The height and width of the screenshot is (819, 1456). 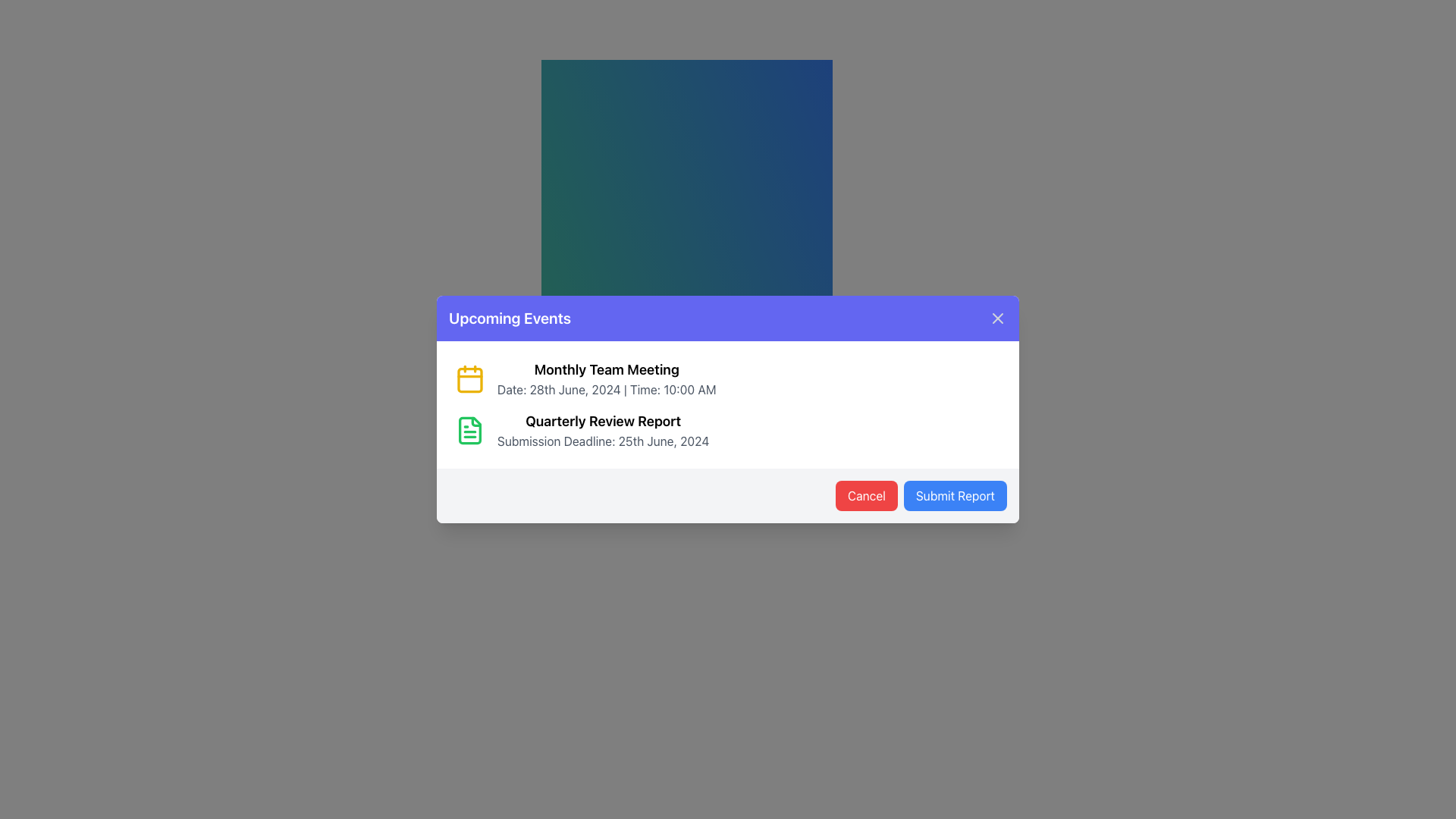 What do you see at coordinates (469, 378) in the screenshot?
I see `the calendar icon representing the first listed event for the 'Monthly Team Meeting' located under 'Upcoming Events'` at bounding box center [469, 378].